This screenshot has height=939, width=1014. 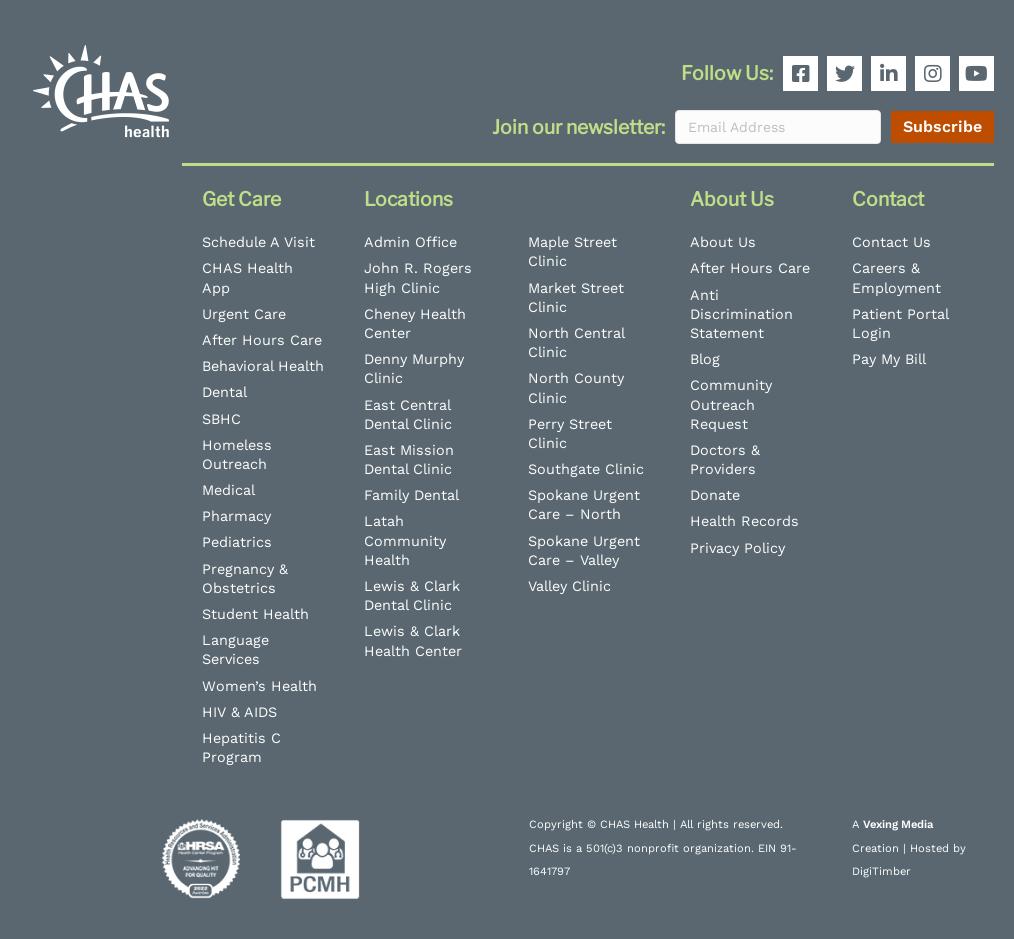 I want to click on 'Behavioral Health', so click(x=200, y=366).